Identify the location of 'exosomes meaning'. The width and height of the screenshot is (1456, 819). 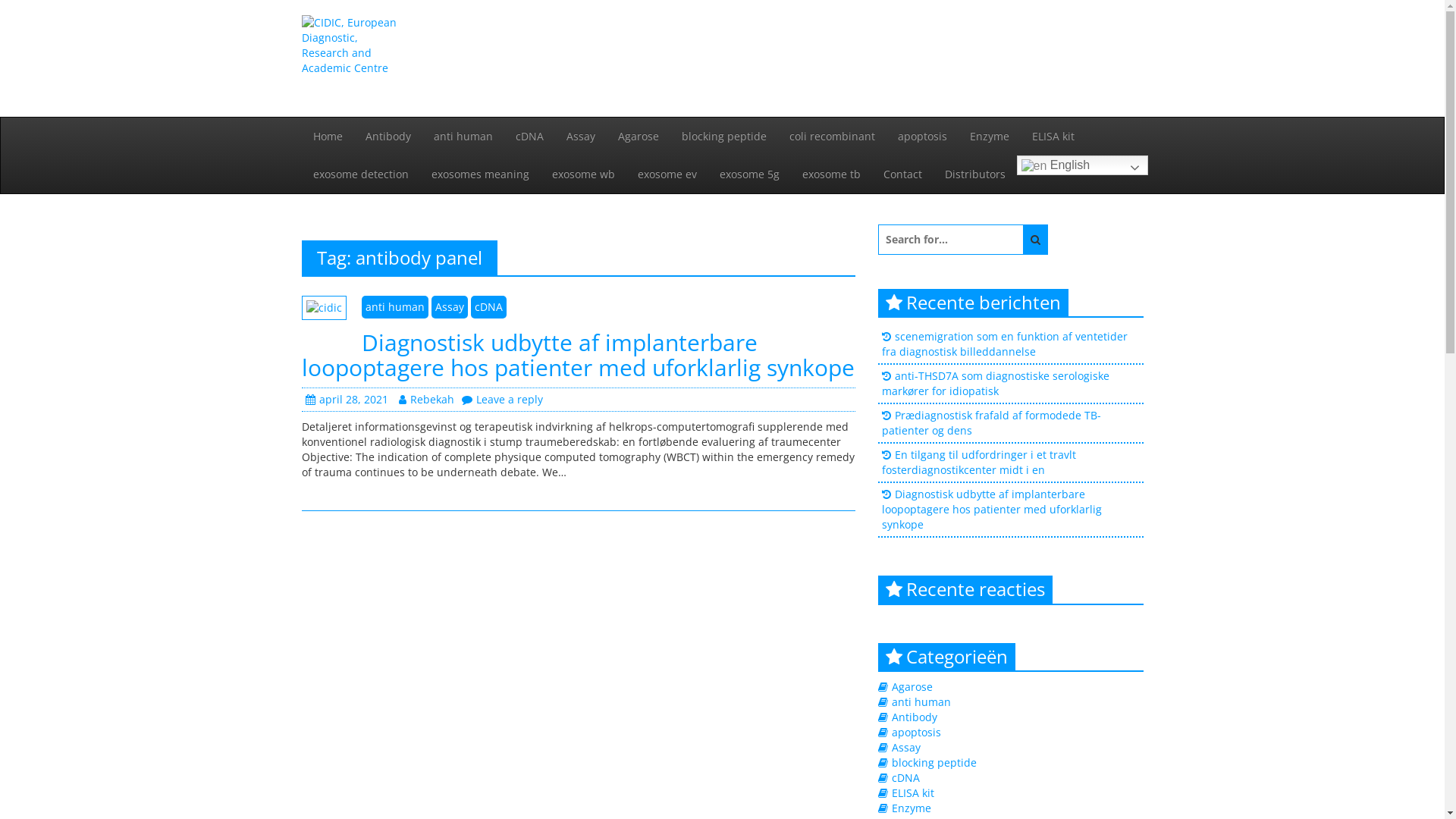
(419, 174).